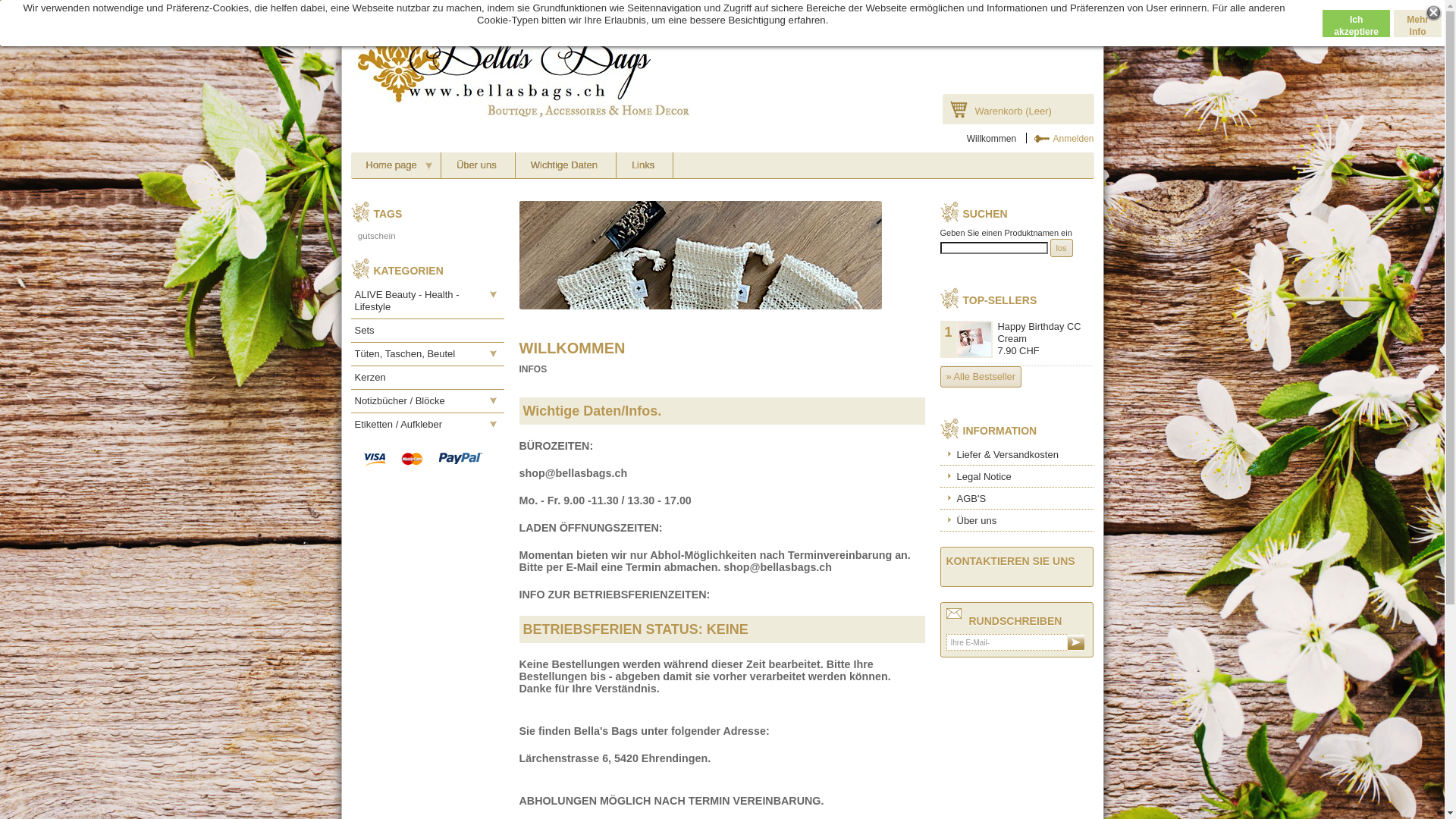  What do you see at coordinates (349, 424) in the screenshot?
I see `'Etiketten / Aufkleber'` at bounding box center [349, 424].